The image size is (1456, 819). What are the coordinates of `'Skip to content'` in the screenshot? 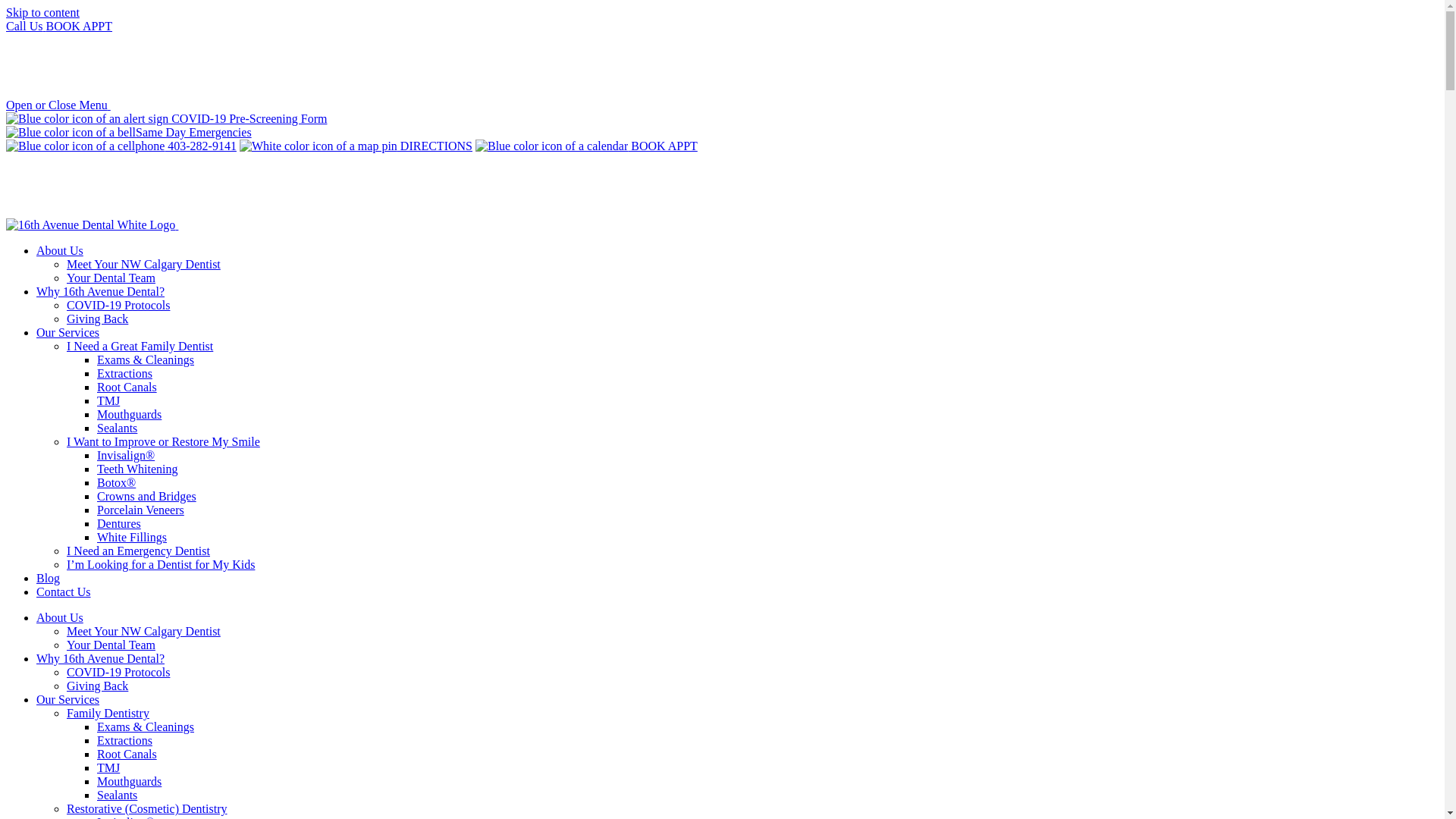 It's located at (42, 12).